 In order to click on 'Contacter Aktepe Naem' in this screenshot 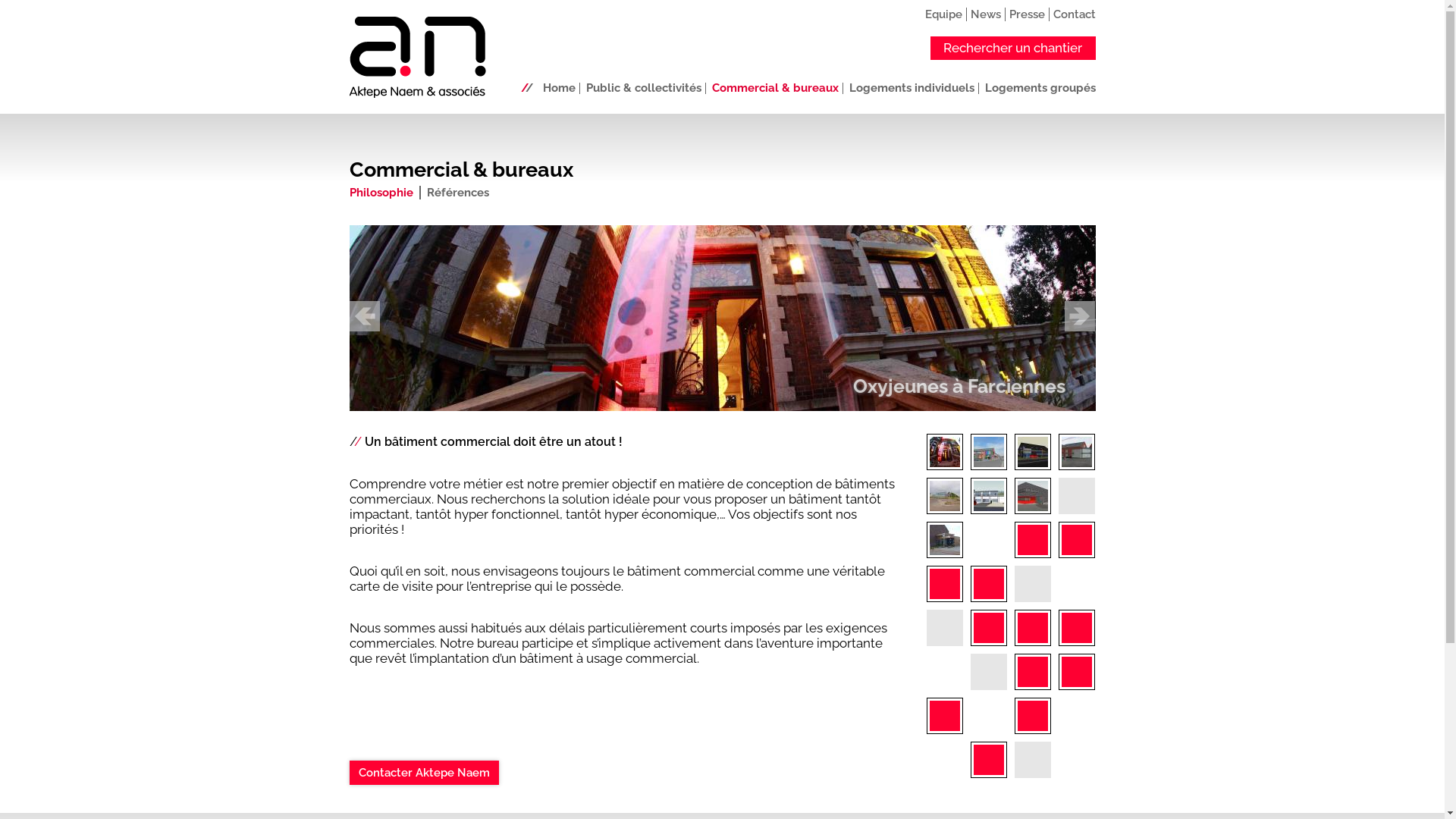, I will do `click(348, 772)`.